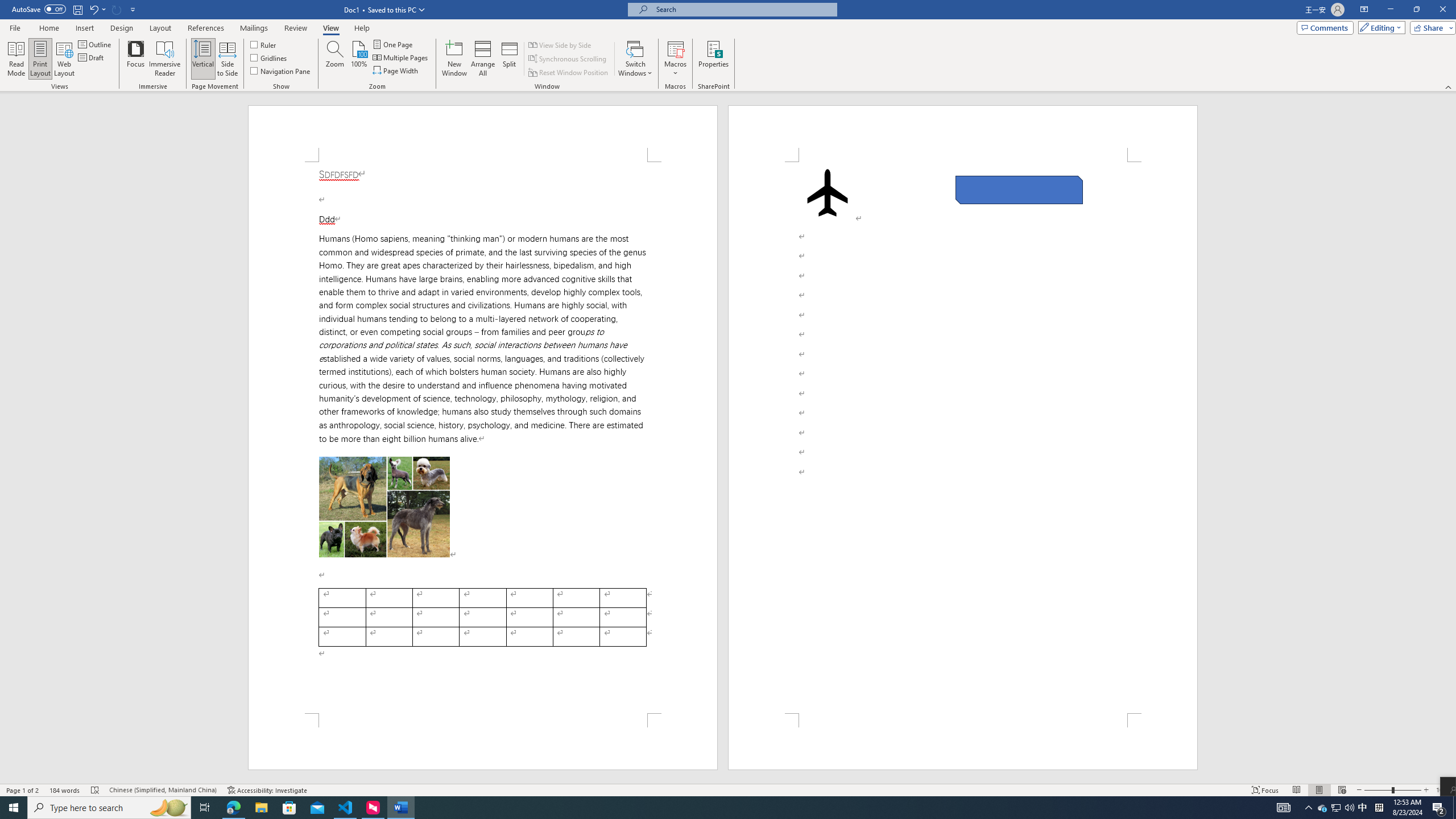 The width and height of the screenshot is (1456, 819). What do you see at coordinates (1442, 9) in the screenshot?
I see `'Close'` at bounding box center [1442, 9].